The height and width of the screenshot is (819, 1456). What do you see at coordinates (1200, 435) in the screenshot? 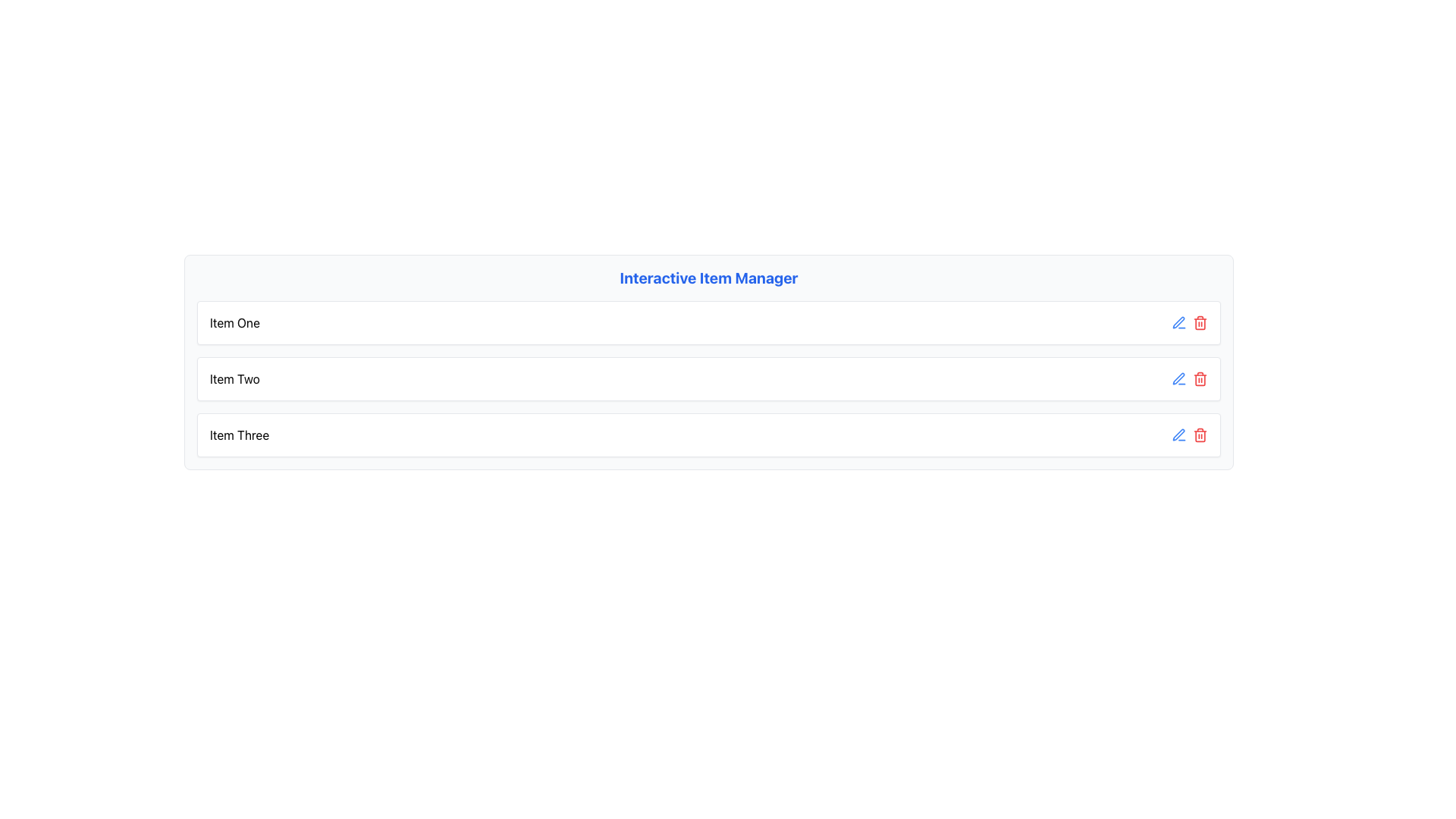
I see `the visual state of the Decorative component within the trash can icon located in the third list item on the interface, aligned to the far right` at bounding box center [1200, 435].